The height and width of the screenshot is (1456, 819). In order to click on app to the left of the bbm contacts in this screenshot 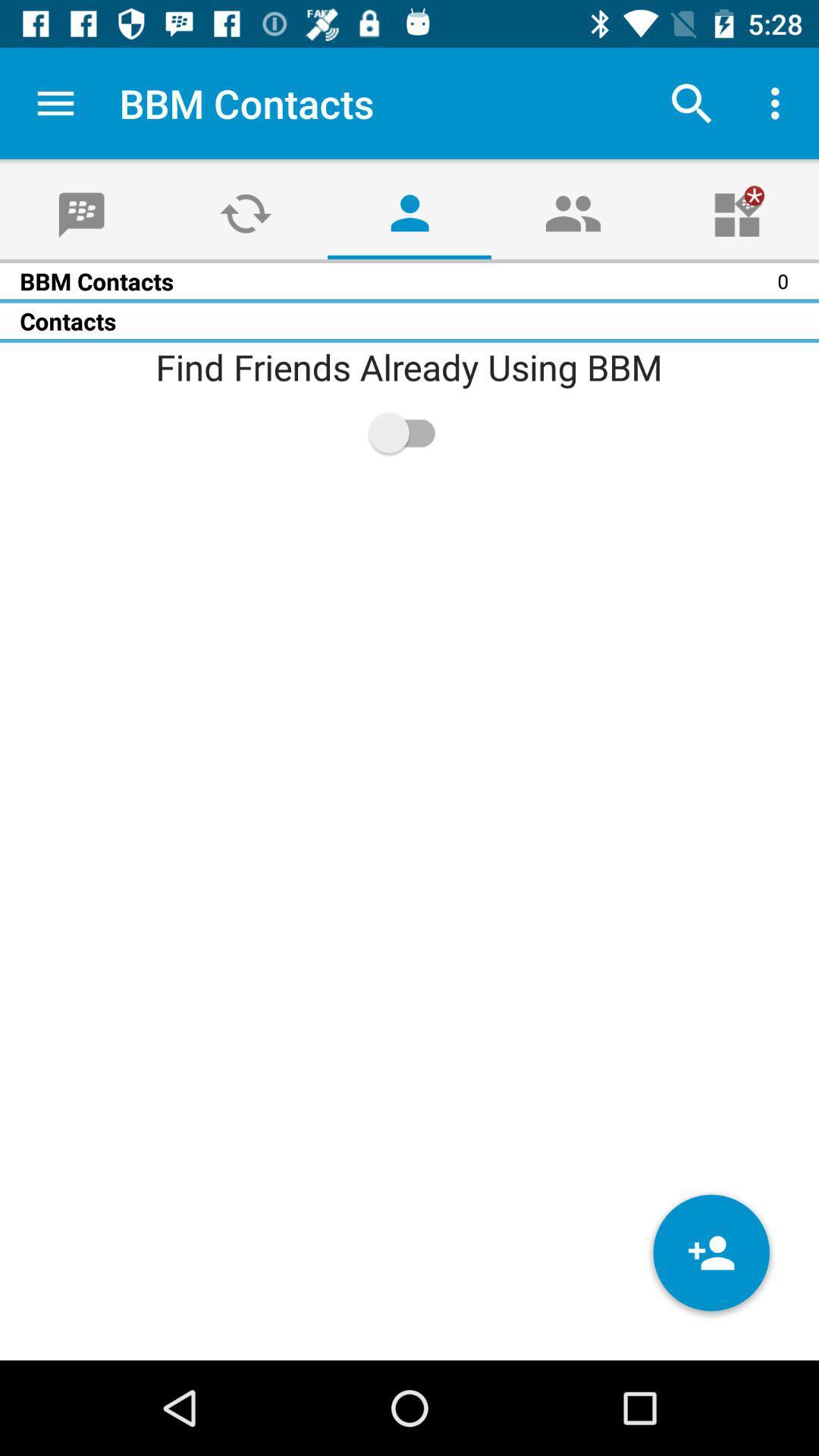, I will do `click(55, 102)`.